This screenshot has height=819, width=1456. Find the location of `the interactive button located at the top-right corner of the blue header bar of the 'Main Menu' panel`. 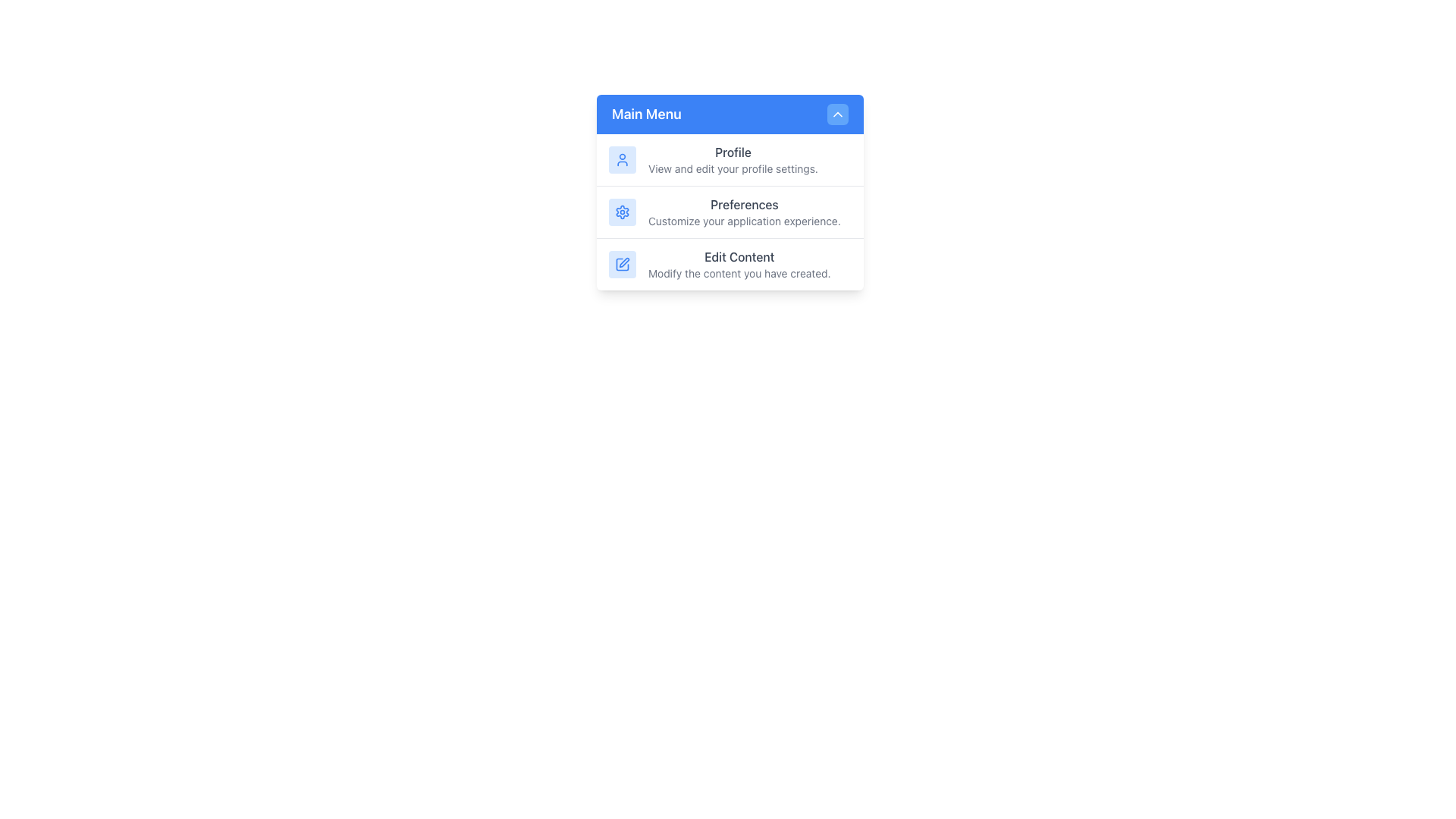

the interactive button located at the top-right corner of the blue header bar of the 'Main Menu' panel is located at coordinates (836, 113).